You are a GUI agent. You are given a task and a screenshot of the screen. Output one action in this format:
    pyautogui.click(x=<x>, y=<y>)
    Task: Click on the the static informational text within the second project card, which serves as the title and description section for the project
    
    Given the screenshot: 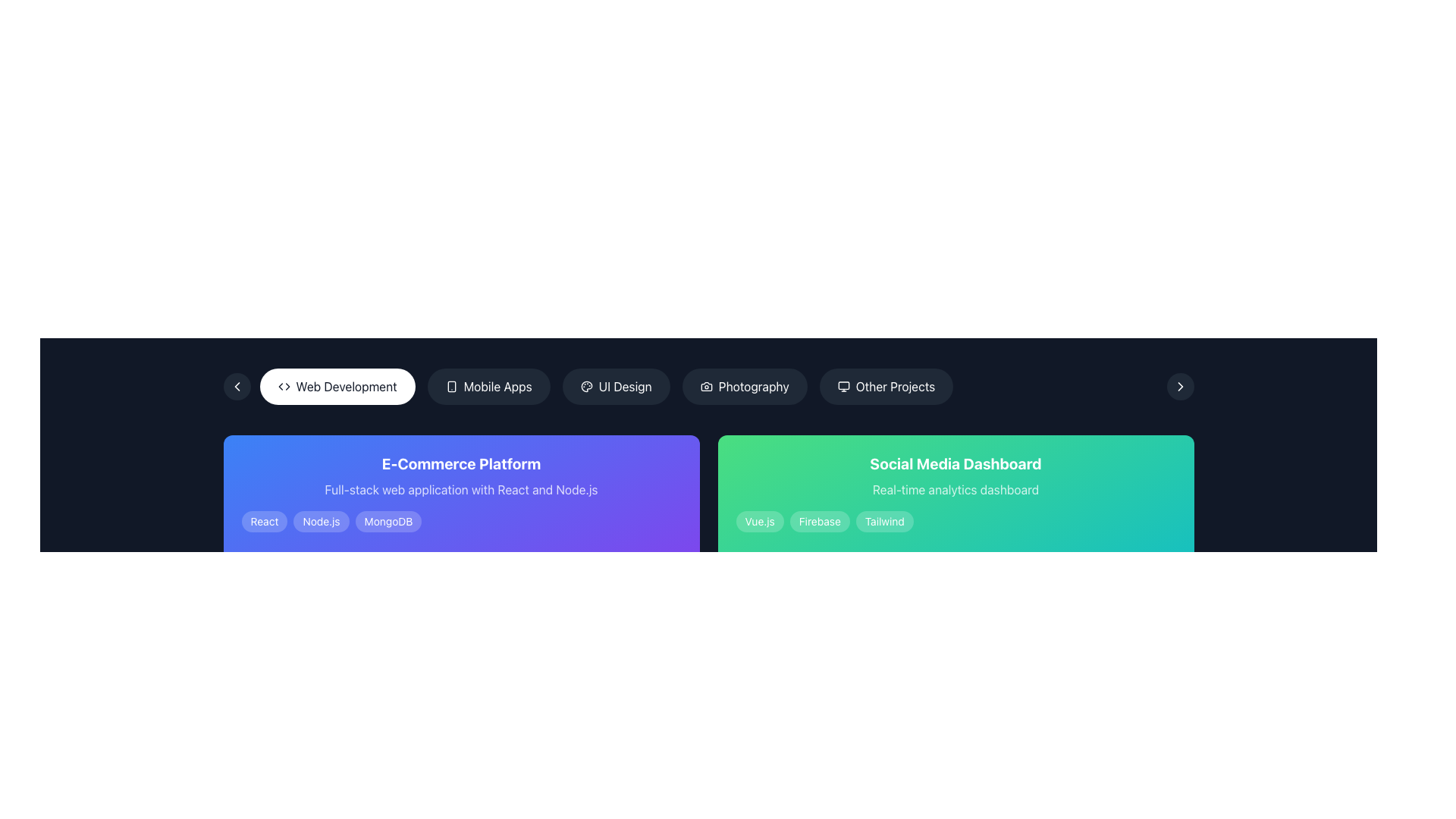 What is the action you would take?
    pyautogui.click(x=955, y=493)
    